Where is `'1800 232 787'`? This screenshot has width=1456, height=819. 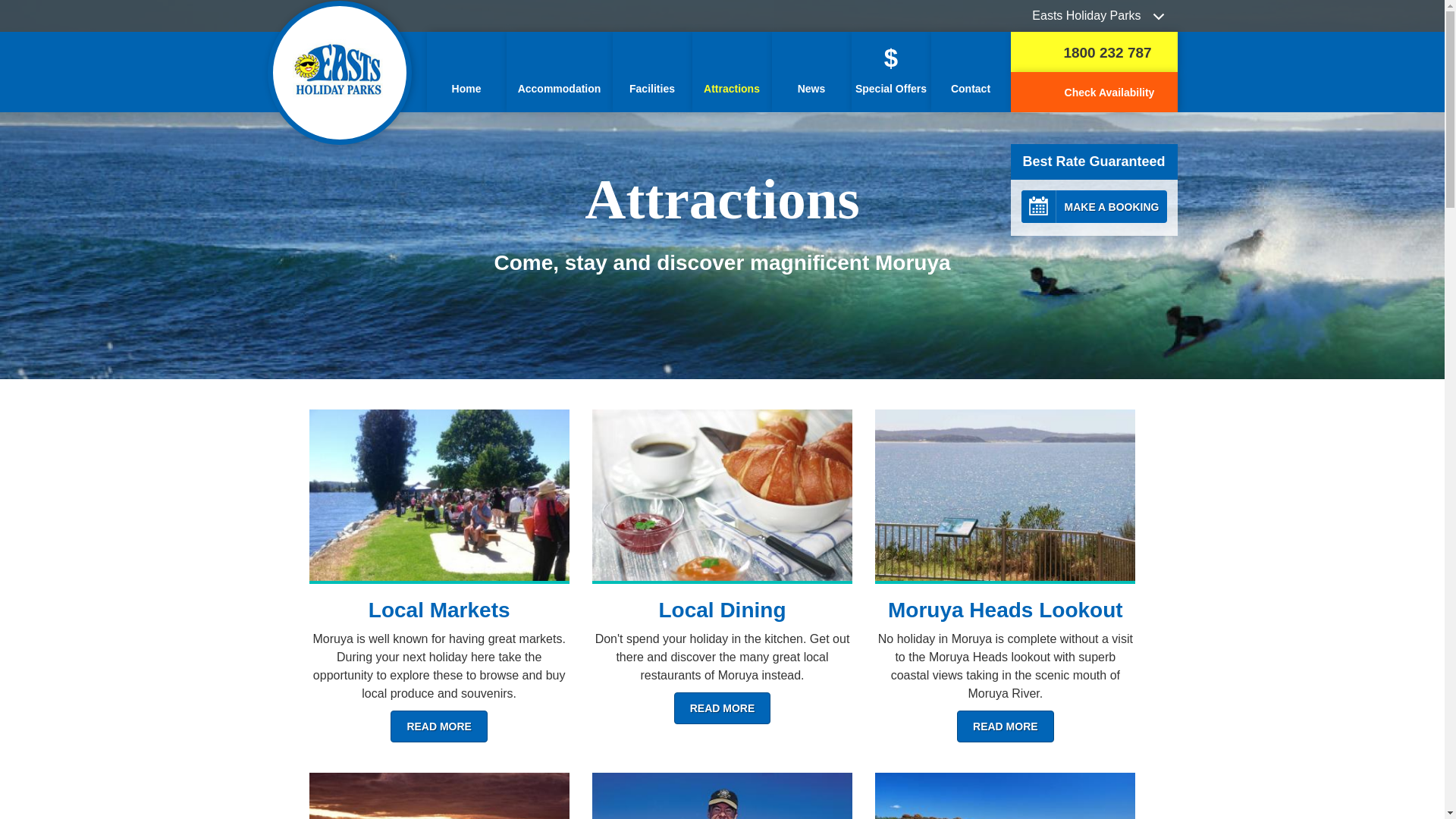 '1800 232 787' is located at coordinates (1093, 51).